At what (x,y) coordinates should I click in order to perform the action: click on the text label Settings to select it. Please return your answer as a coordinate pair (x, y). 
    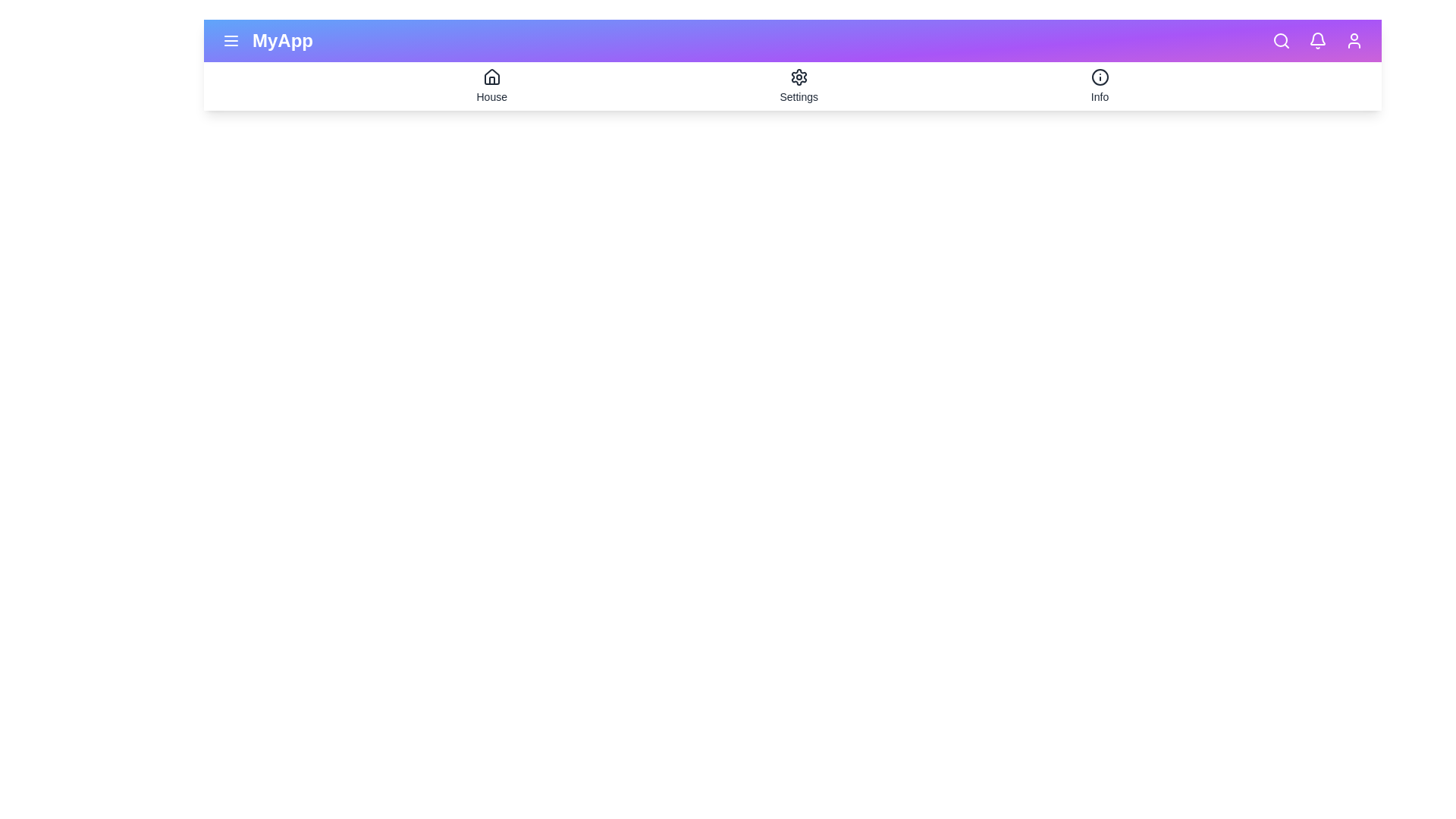
    Looking at the image, I should click on (798, 96).